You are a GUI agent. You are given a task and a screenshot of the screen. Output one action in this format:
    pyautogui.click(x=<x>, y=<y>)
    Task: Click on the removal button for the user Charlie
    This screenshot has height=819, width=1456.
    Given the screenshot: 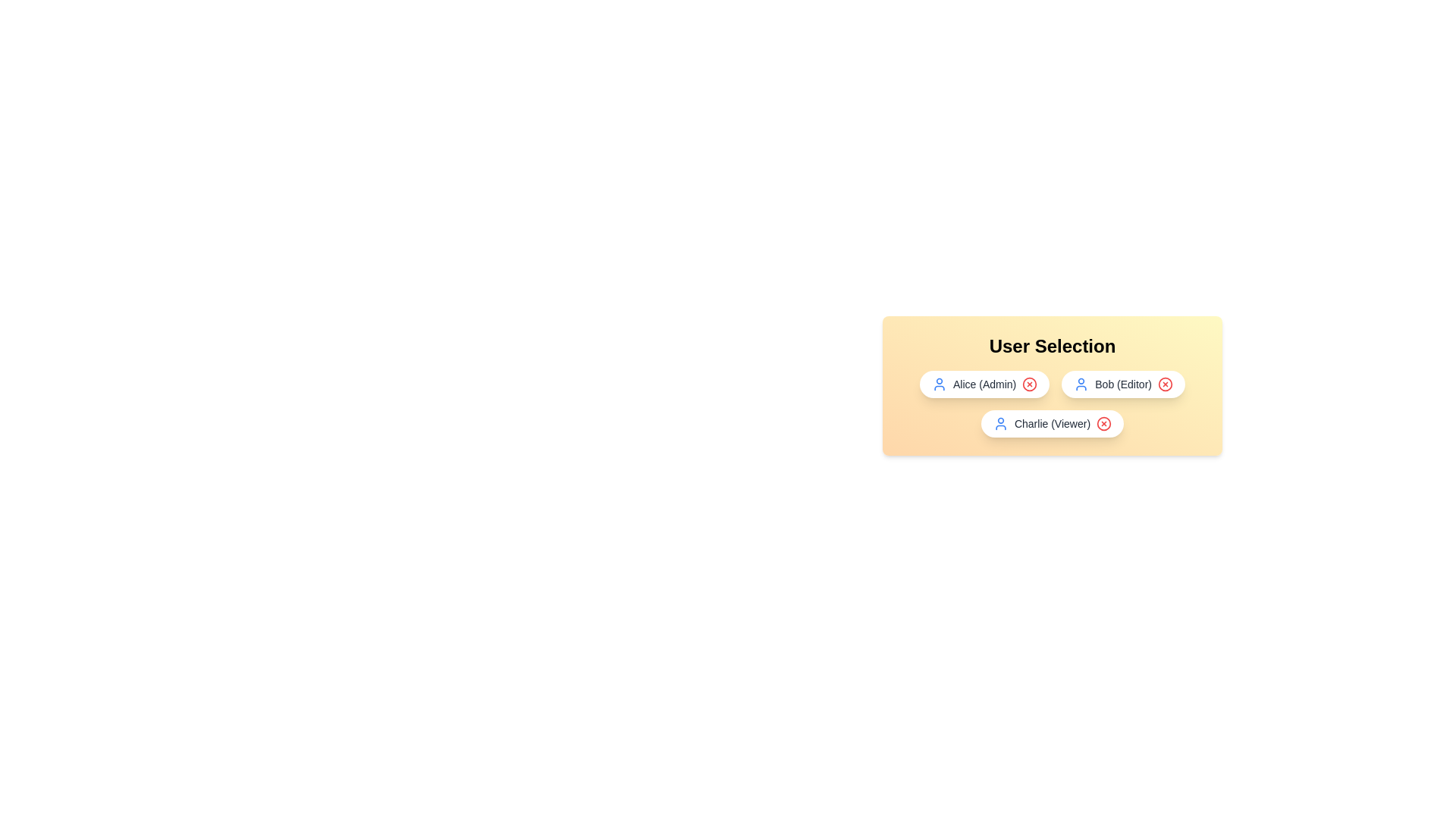 What is the action you would take?
    pyautogui.click(x=1104, y=424)
    